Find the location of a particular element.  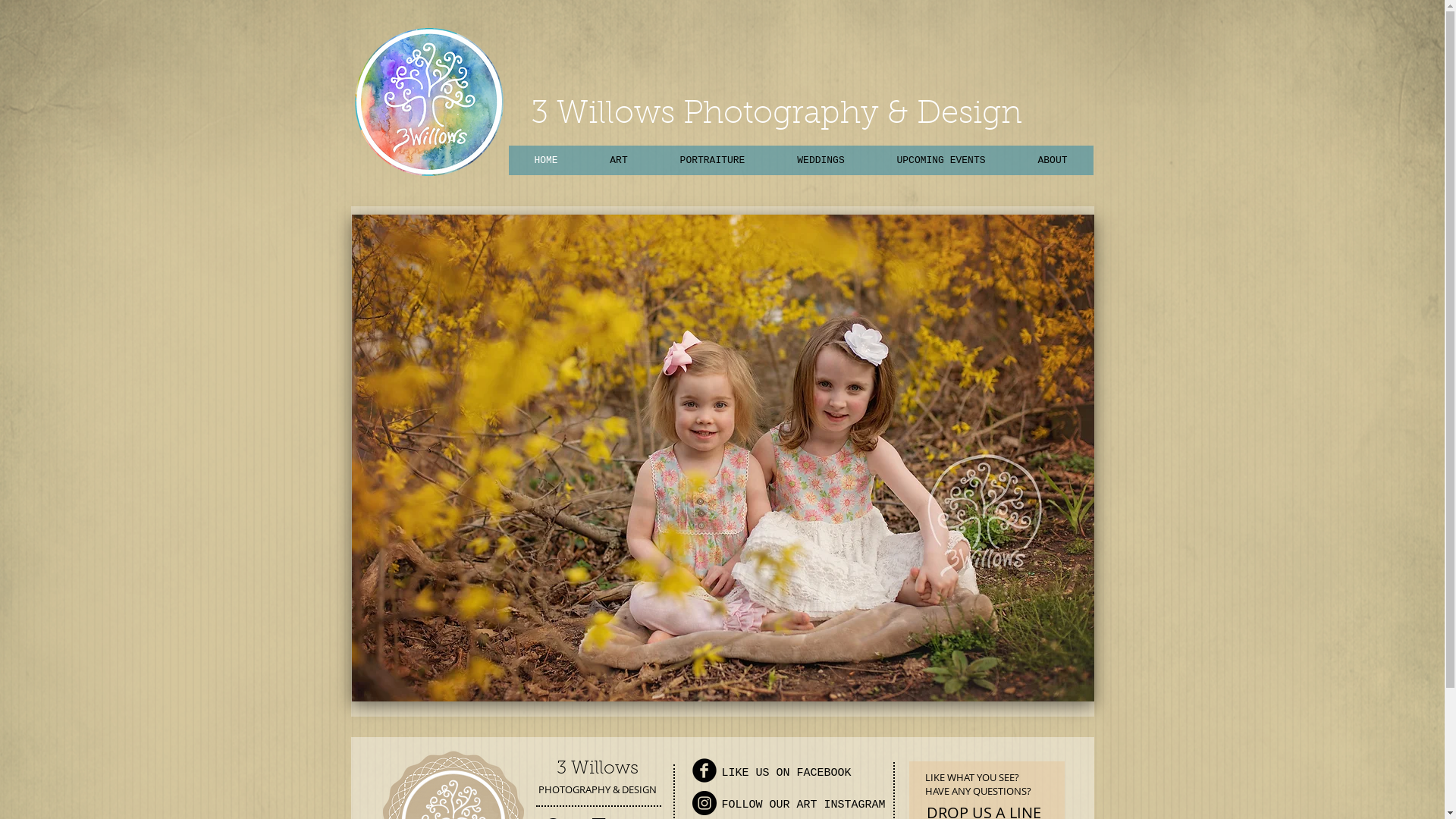

'PORTRAITURE' is located at coordinates (711, 160).